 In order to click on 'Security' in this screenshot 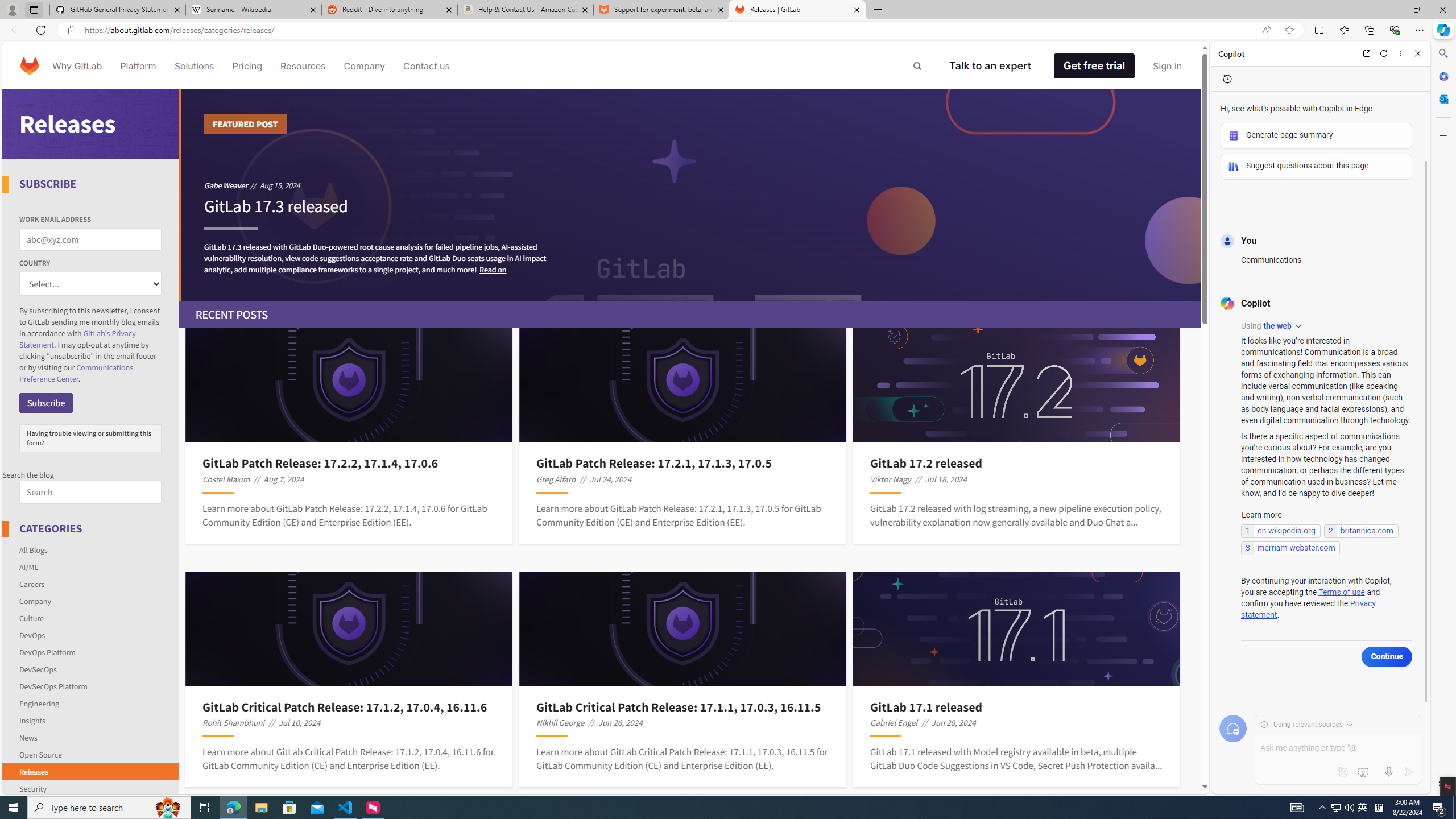, I will do `click(90, 786)`.